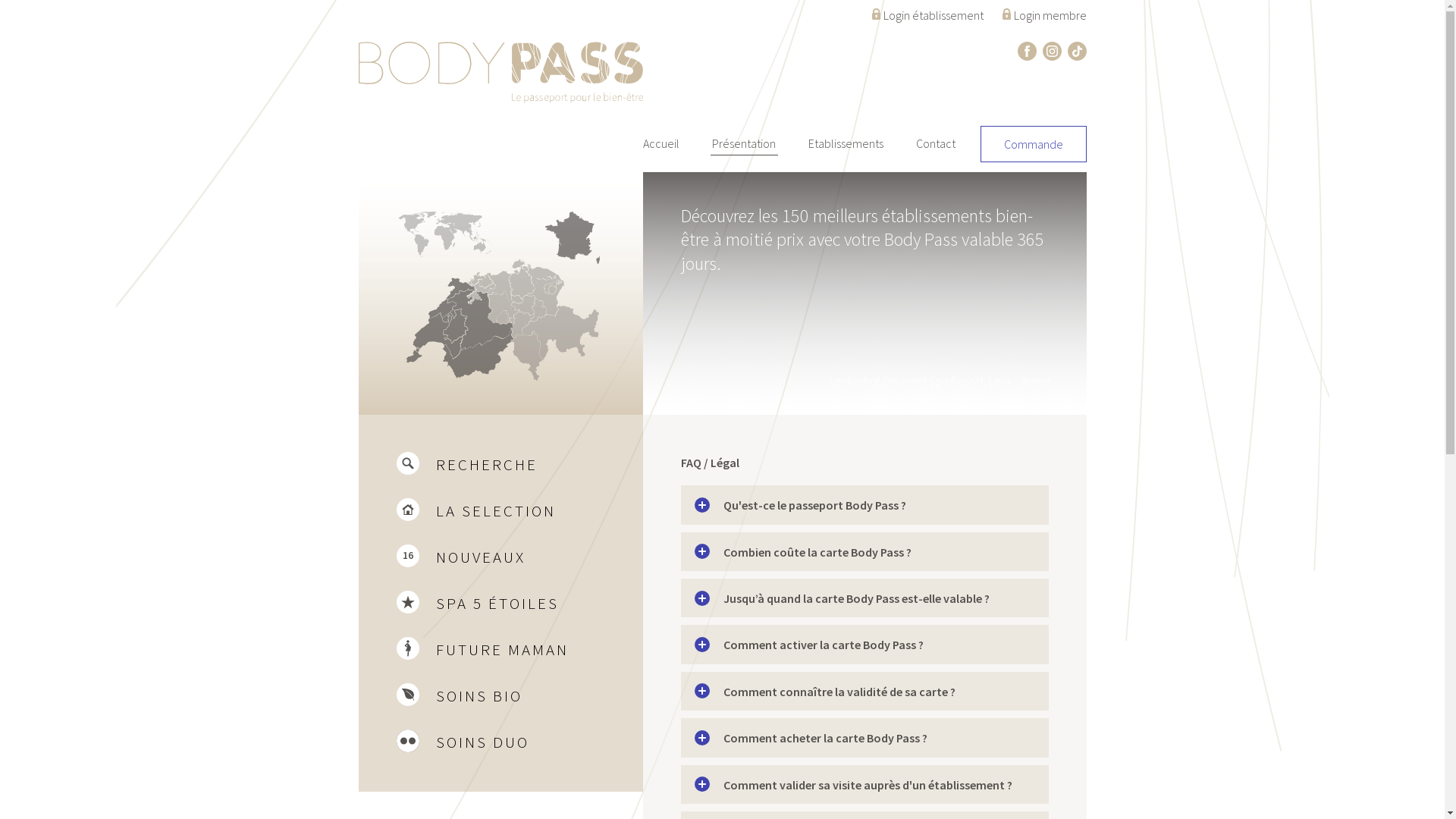  Describe the element at coordinates (989, 143) in the screenshot. I see `'Commande'` at that location.